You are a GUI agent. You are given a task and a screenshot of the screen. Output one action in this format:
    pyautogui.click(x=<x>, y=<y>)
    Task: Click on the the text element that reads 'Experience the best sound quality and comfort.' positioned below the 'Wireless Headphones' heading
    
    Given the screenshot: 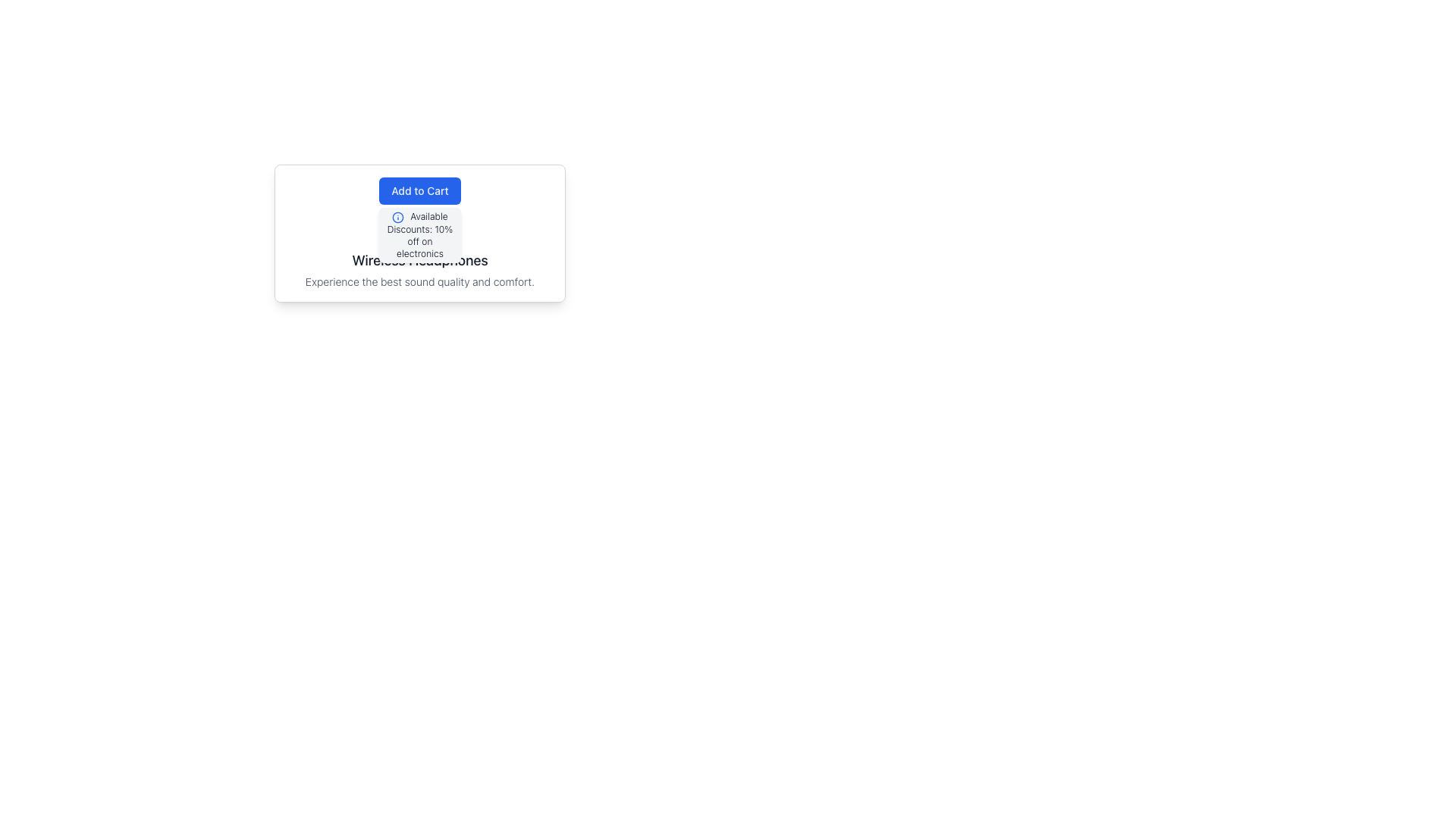 What is the action you would take?
    pyautogui.click(x=419, y=281)
    